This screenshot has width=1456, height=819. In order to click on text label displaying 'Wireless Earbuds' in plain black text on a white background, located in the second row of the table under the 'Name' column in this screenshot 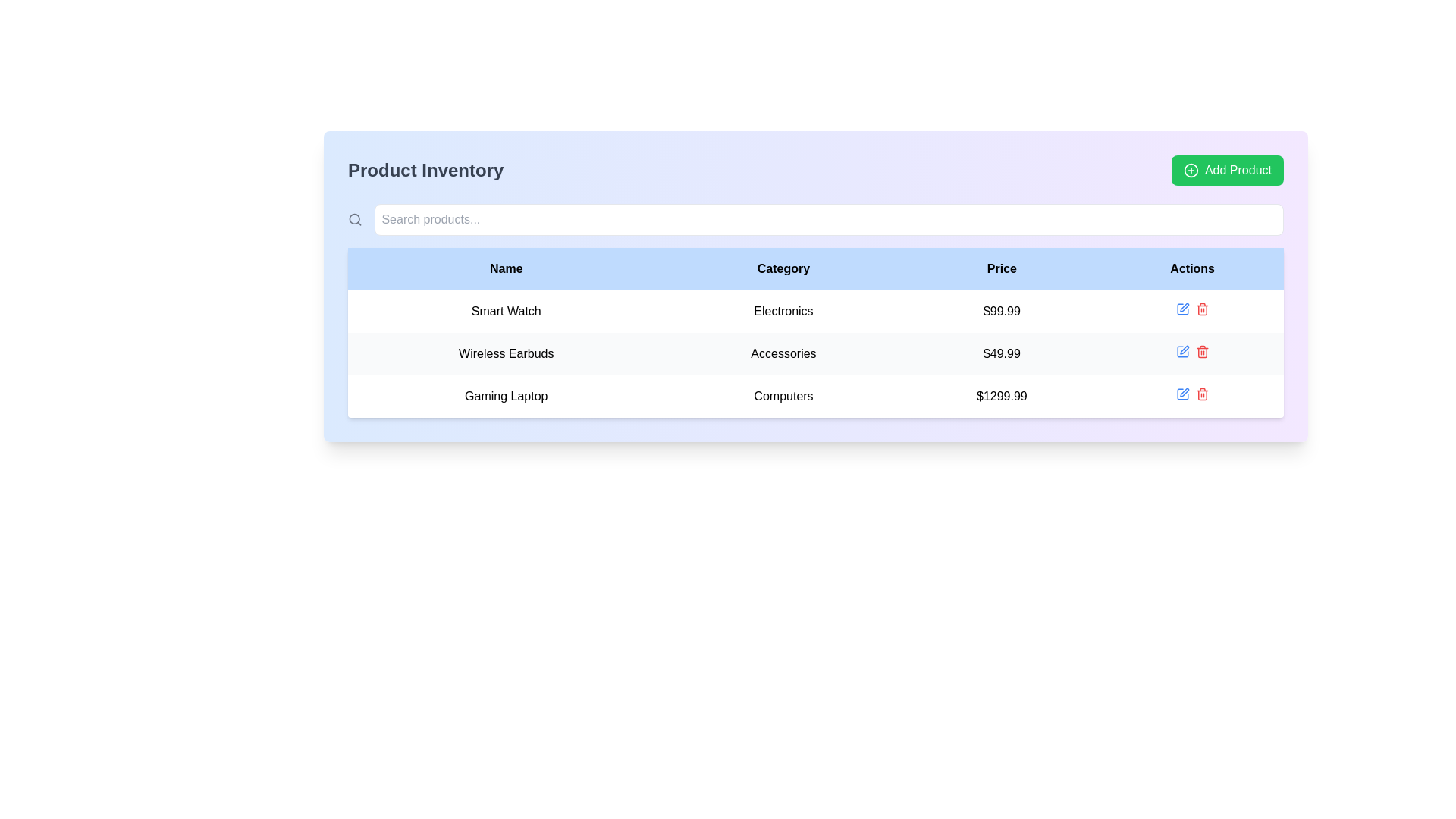, I will do `click(506, 353)`.